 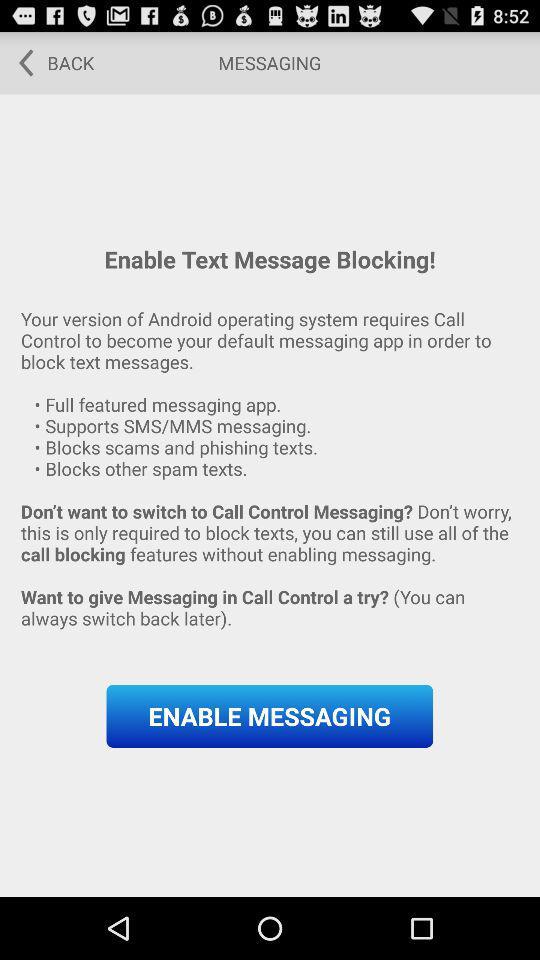 I want to click on enable messaging item, so click(x=269, y=716).